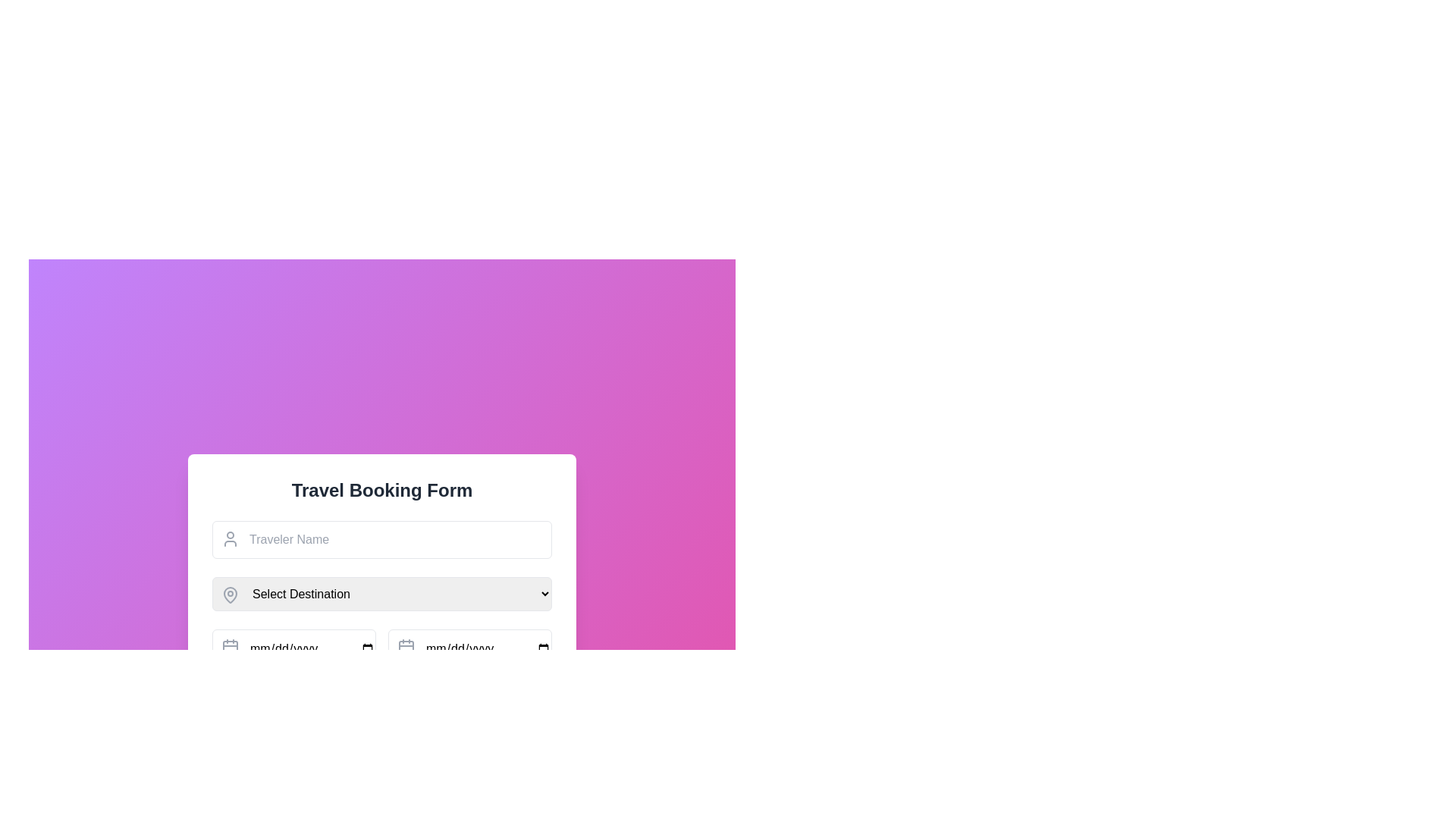 This screenshot has width=1456, height=819. Describe the element at coordinates (406, 648) in the screenshot. I see `the calendar icon within the travel booking form, which is positioned next to the date input fields` at that location.